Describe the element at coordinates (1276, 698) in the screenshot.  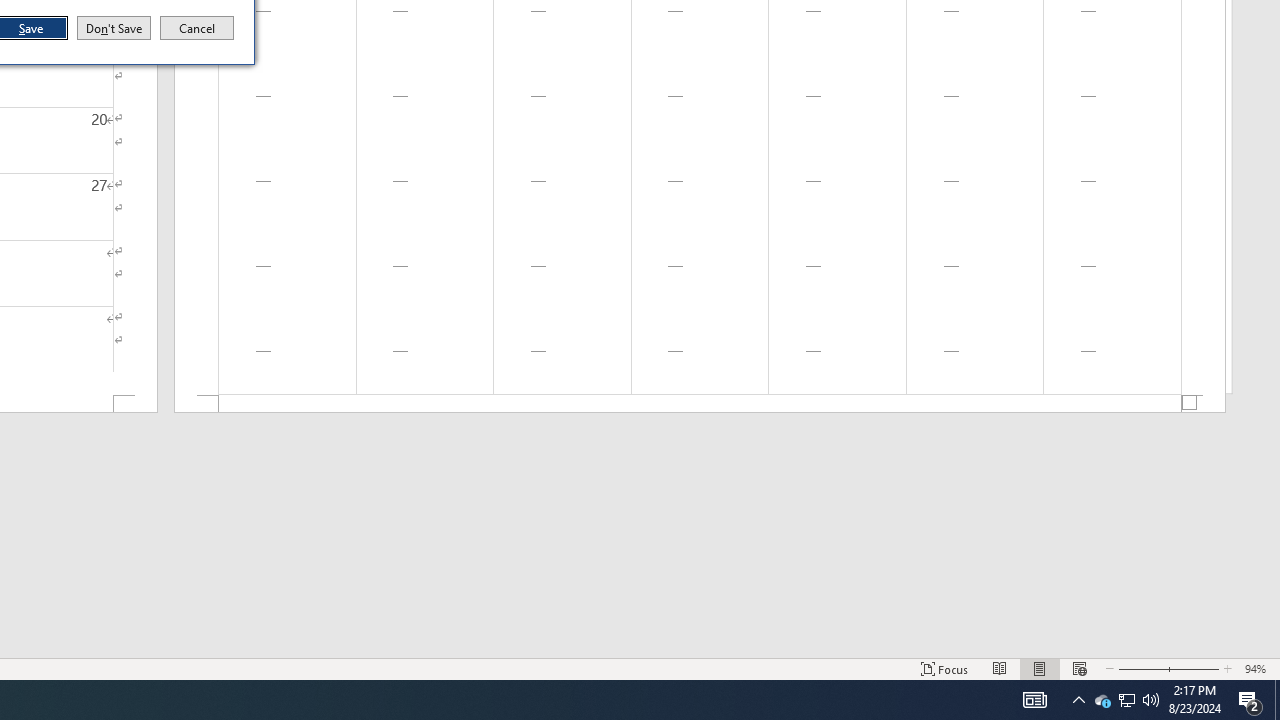
I see `'Show desktop'` at that location.